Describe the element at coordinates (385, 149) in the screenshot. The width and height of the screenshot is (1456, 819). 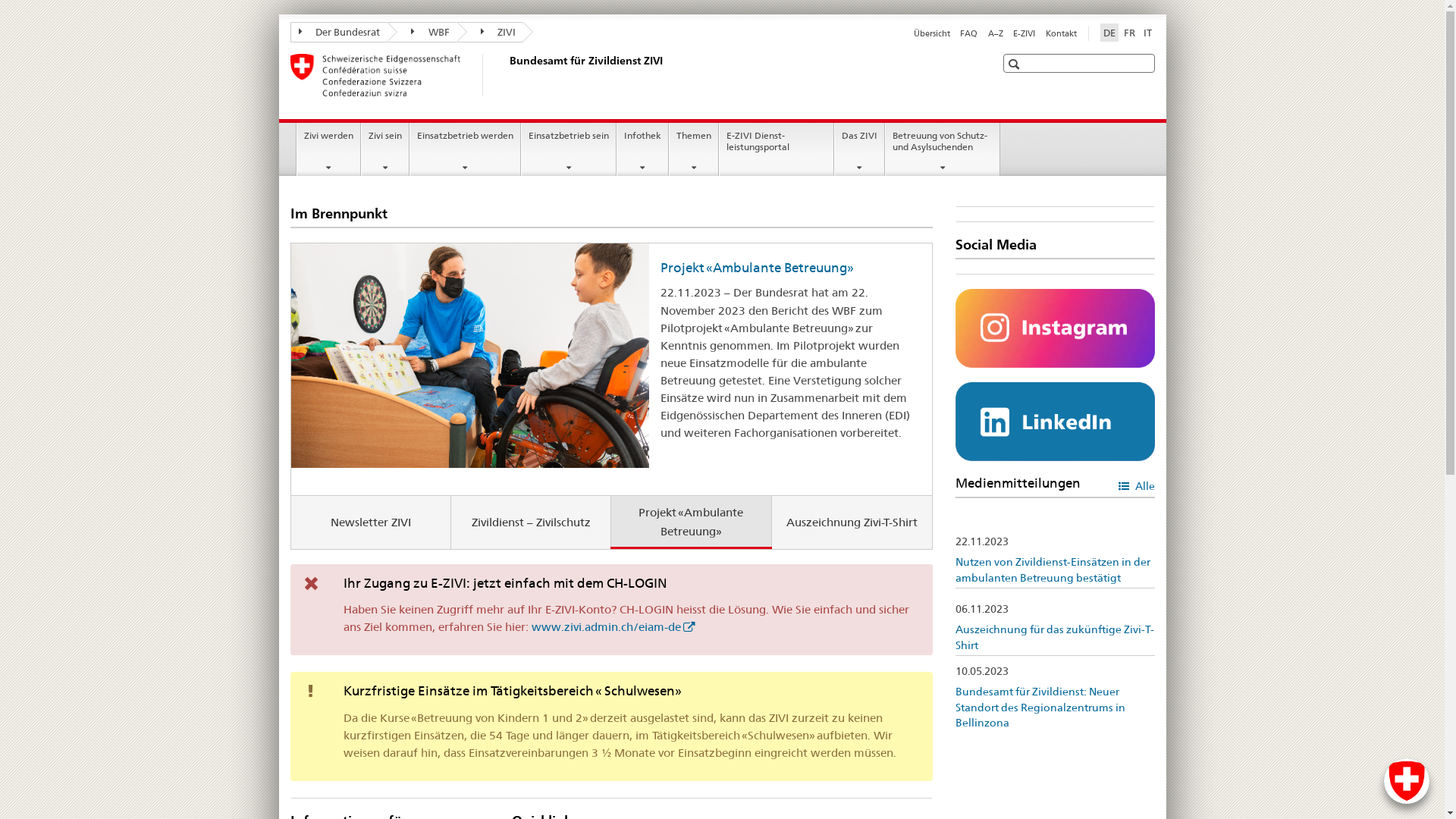
I see `'Zivi sein'` at that location.